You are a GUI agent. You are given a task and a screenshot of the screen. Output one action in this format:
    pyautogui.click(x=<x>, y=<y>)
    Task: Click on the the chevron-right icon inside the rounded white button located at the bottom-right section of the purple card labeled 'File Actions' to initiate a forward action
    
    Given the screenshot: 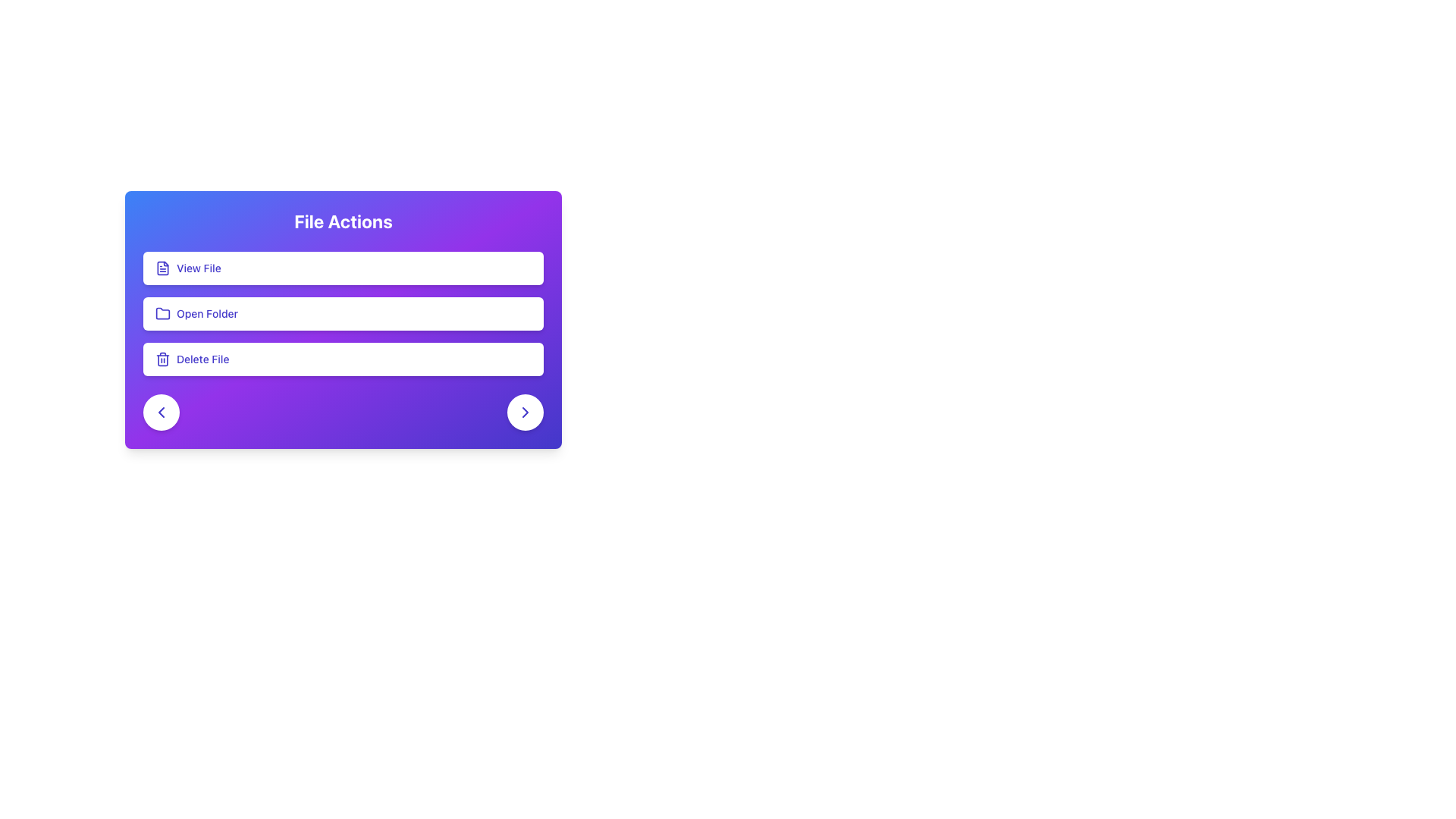 What is the action you would take?
    pyautogui.click(x=525, y=412)
    